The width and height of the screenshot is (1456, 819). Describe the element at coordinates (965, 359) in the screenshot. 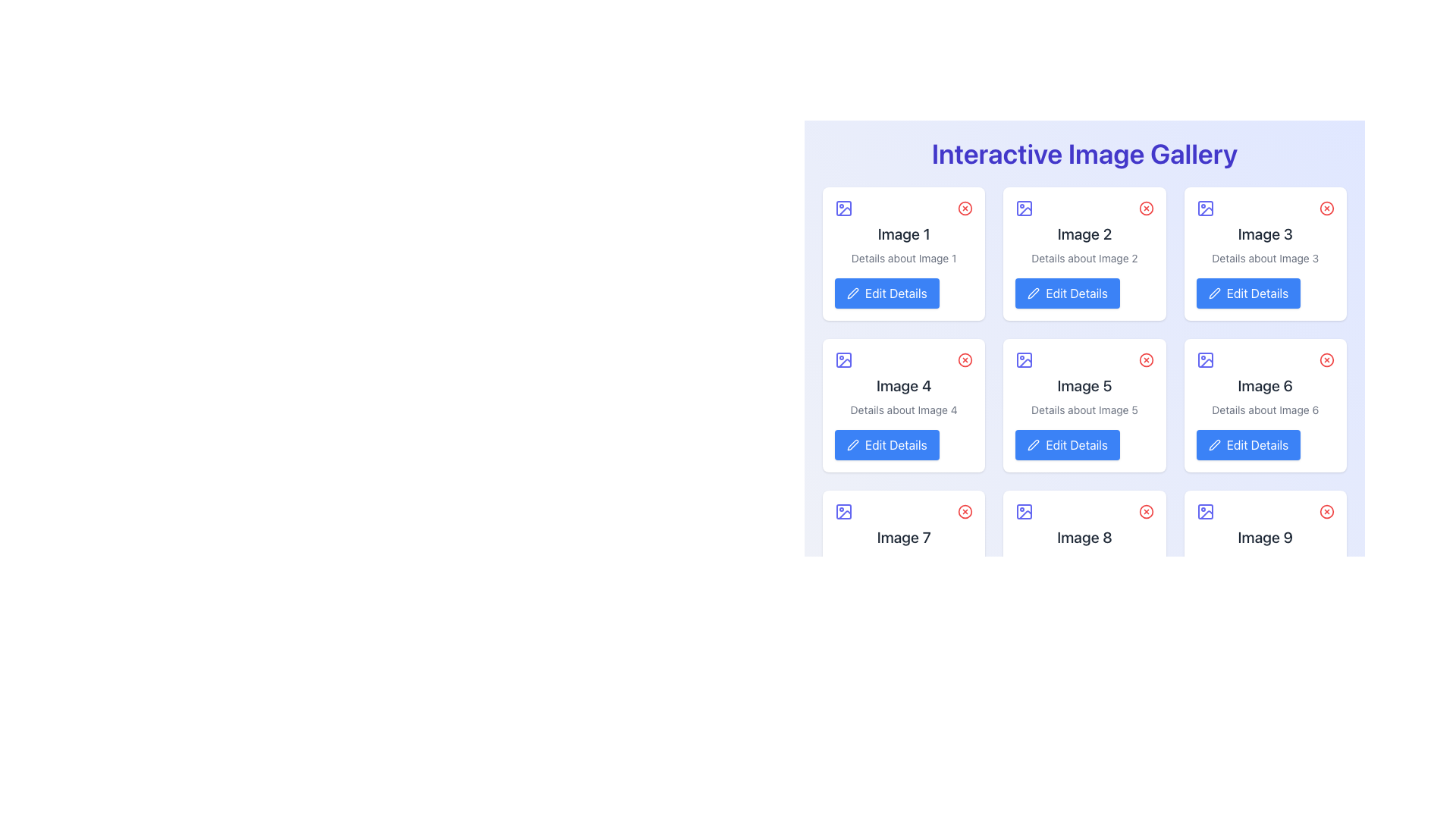

I see `the SVG circle graphic that is part of the 'cross mark' icon in the top-right corner of the 'Image 4' block under the 'Interactive Image Gallery' header` at that location.